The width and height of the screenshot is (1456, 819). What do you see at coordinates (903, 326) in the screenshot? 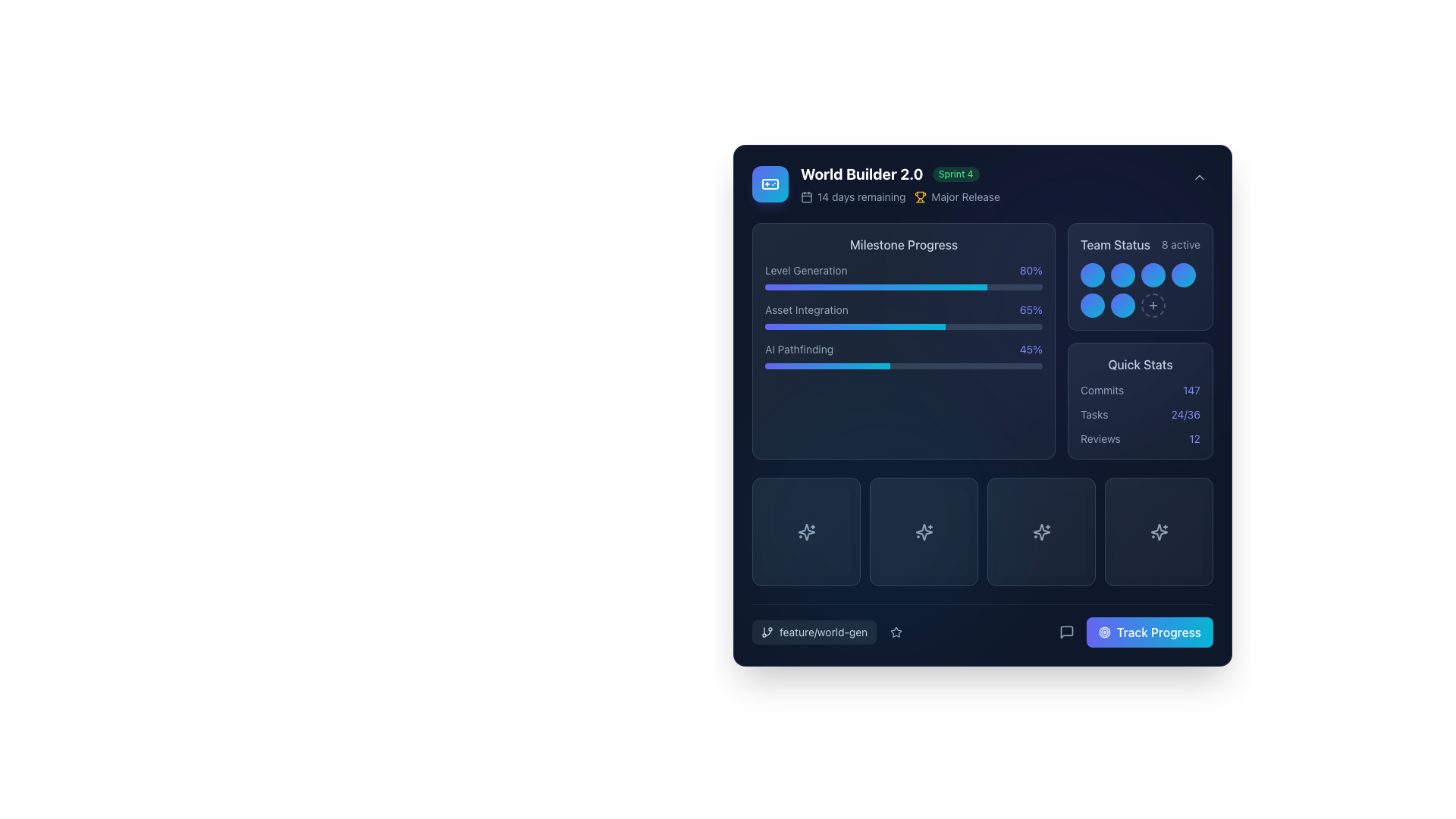
I see `the horizontal progress bar located below the 'Asset Integration' label and percentage text within the 'Milestone Progress' group` at bounding box center [903, 326].